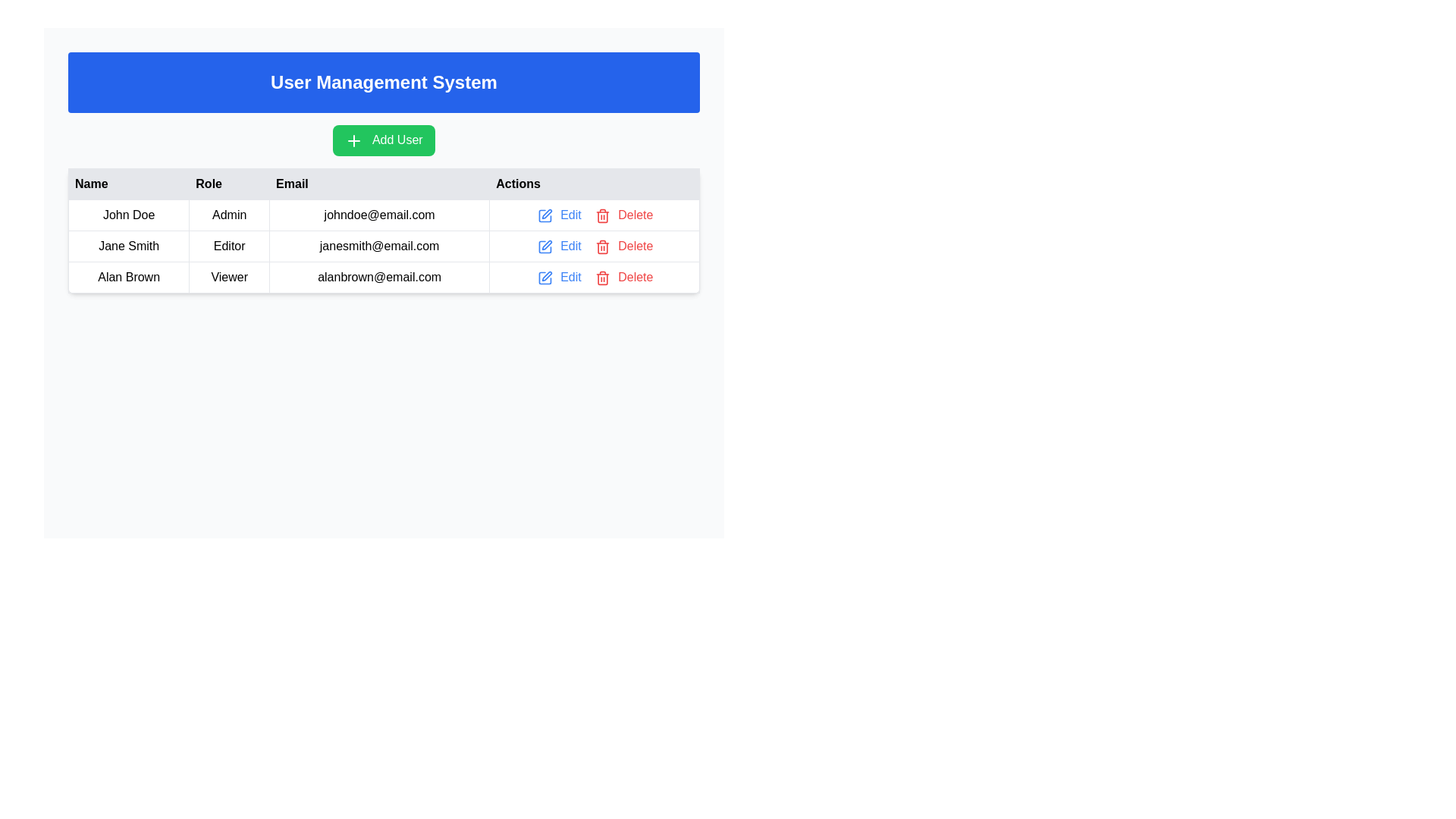  Describe the element at coordinates (384, 277) in the screenshot. I see `the table row displaying user information for 'Alan Brown' in the User Management System table, which is the third row below 'John Doe' and 'Jane Smith'` at that location.